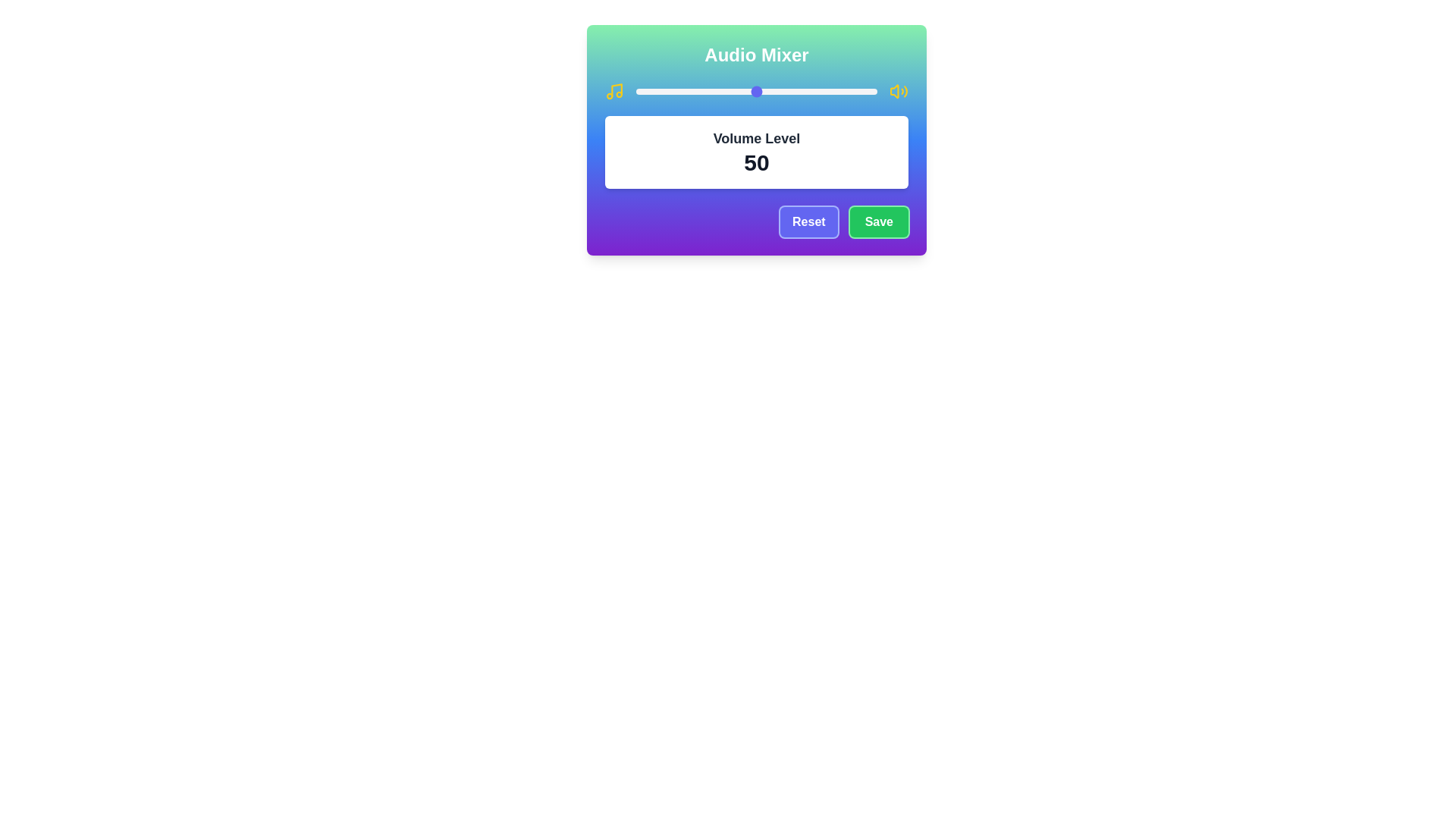 The width and height of the screenshot is (1456, 819). Describe the element at coordinates (757, 152) in the screenshot. I see `the Label displaying 'Volume Level' and the number '50' within the 'Audio Mixer' interface` at that location.